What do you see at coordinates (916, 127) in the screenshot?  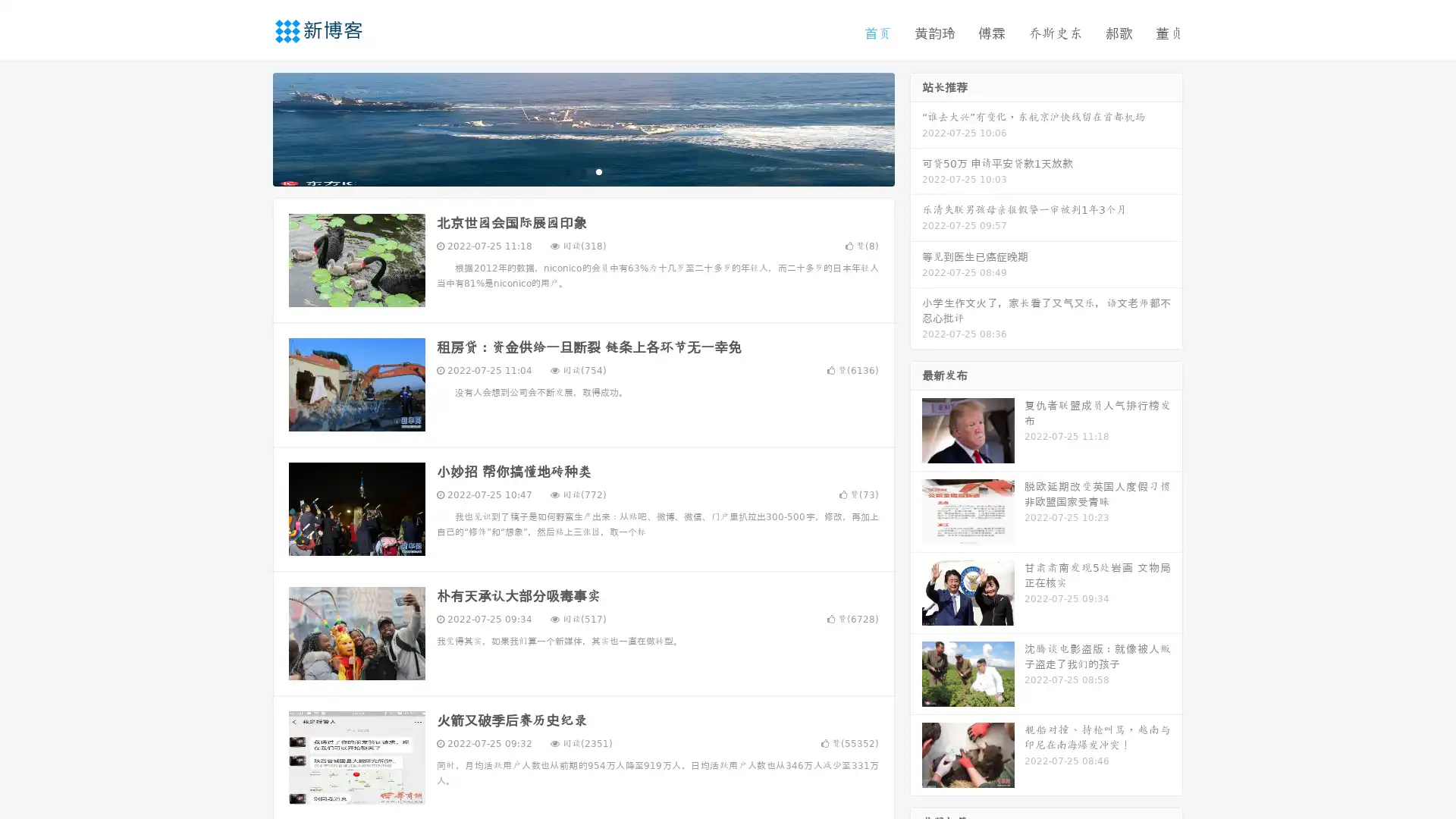 I see `Next slide` at bounding box center [916, 127].